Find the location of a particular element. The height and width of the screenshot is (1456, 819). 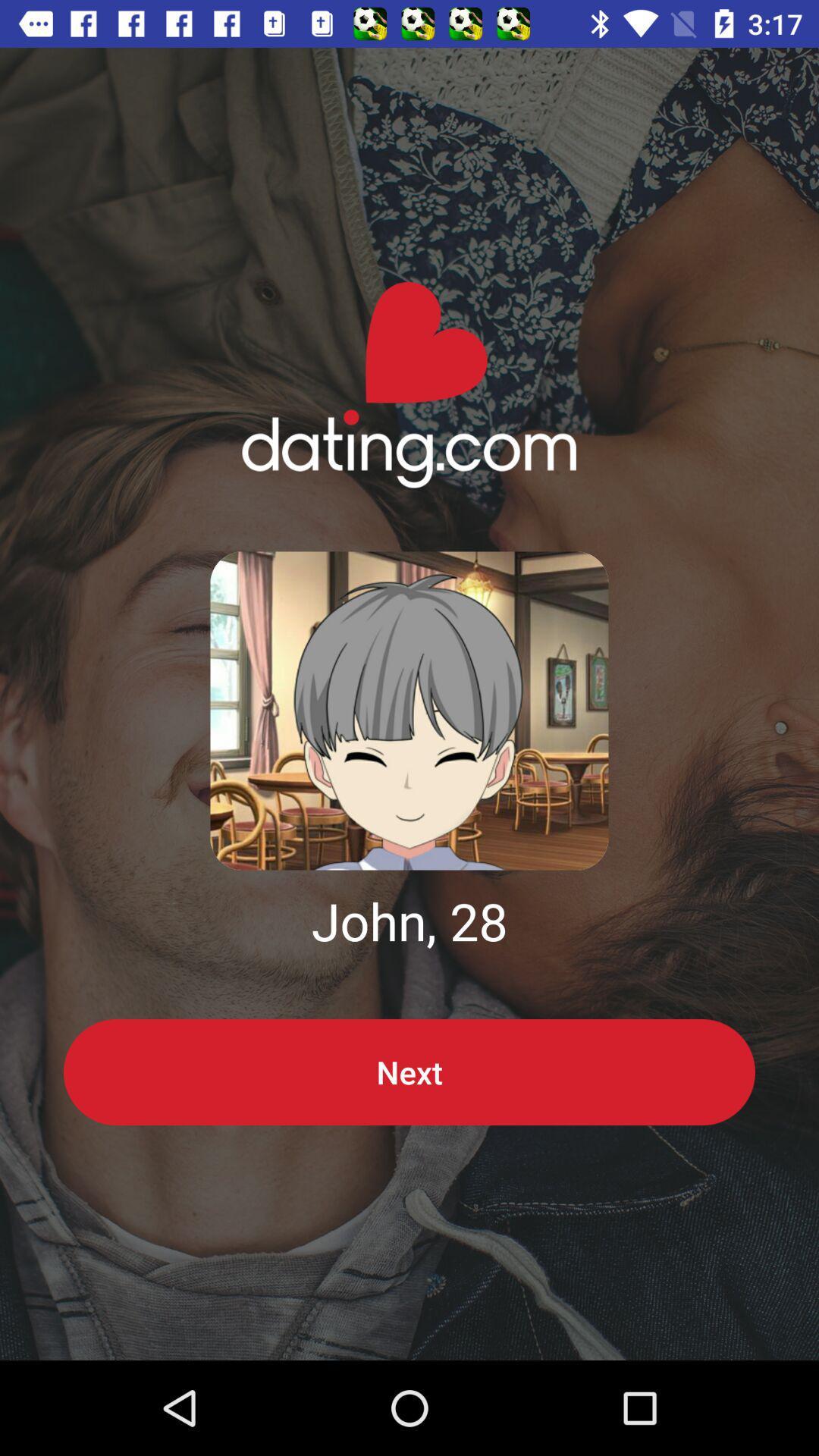

profile image is located at coordinates (409, 710).